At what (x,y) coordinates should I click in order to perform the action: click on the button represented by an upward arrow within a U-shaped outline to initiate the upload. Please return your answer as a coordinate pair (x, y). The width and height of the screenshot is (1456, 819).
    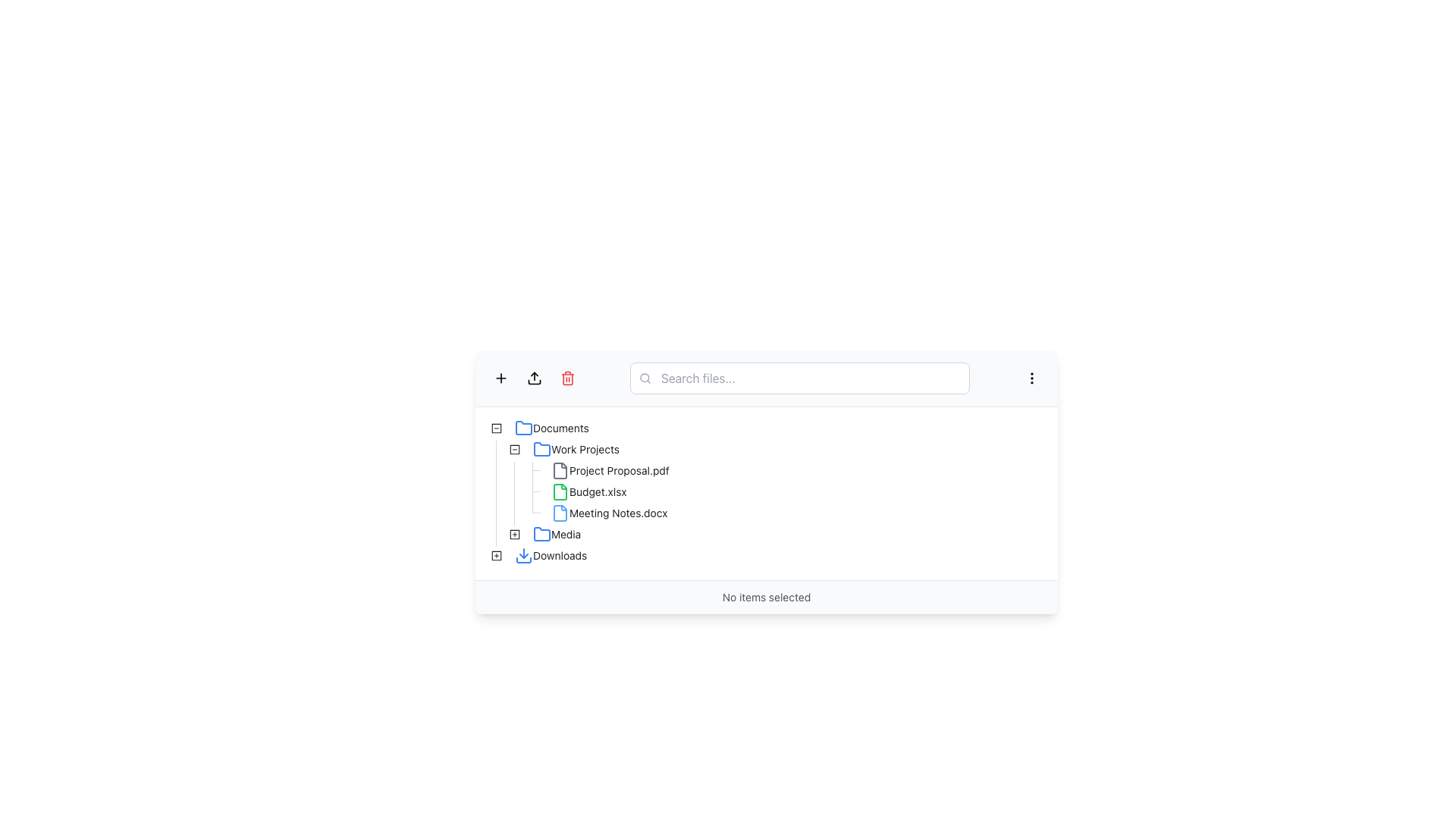
    Looking at the image, I should click on (535, 377).